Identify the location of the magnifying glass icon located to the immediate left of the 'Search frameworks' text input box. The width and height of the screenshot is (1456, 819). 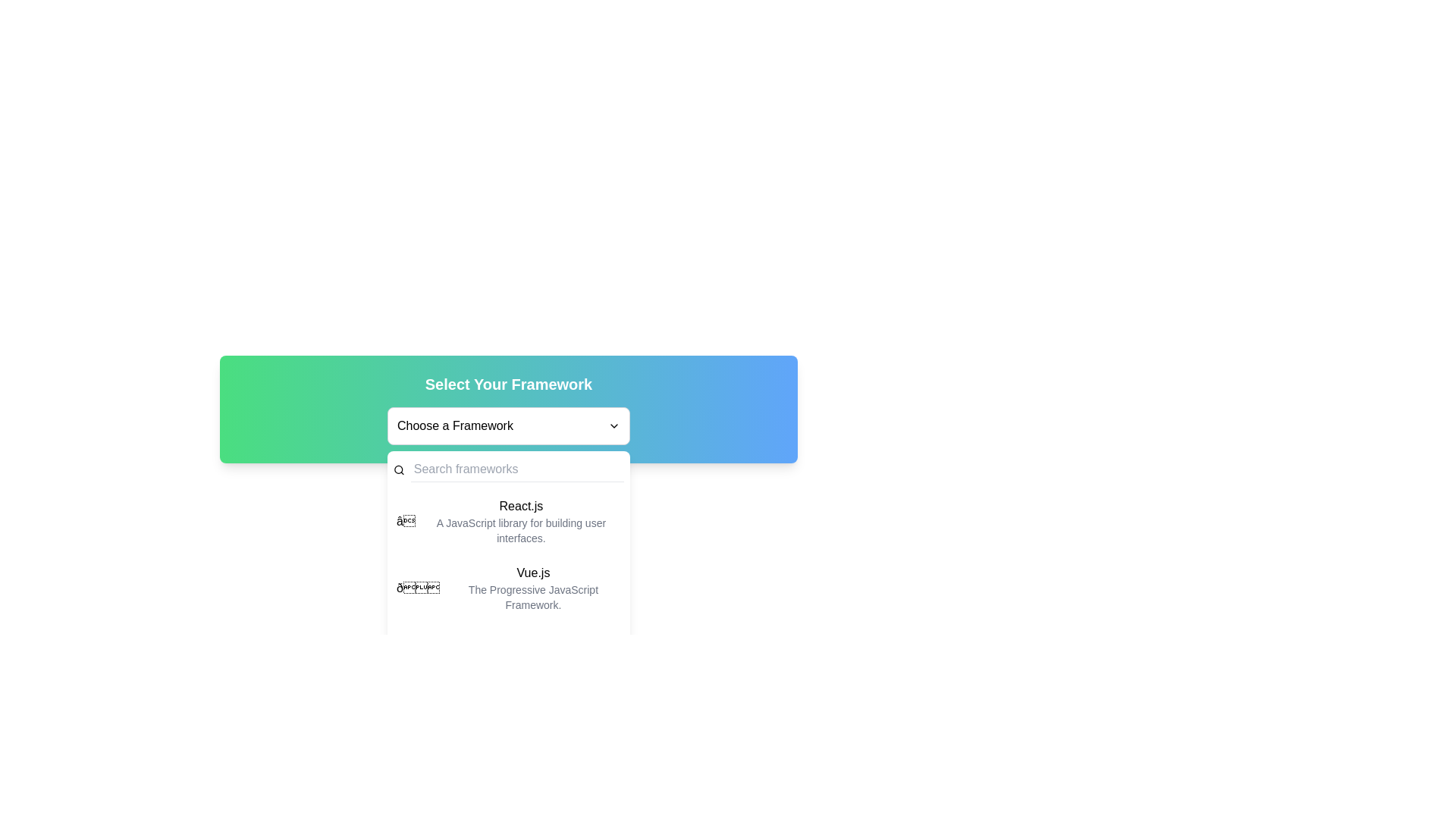
(399, 469).